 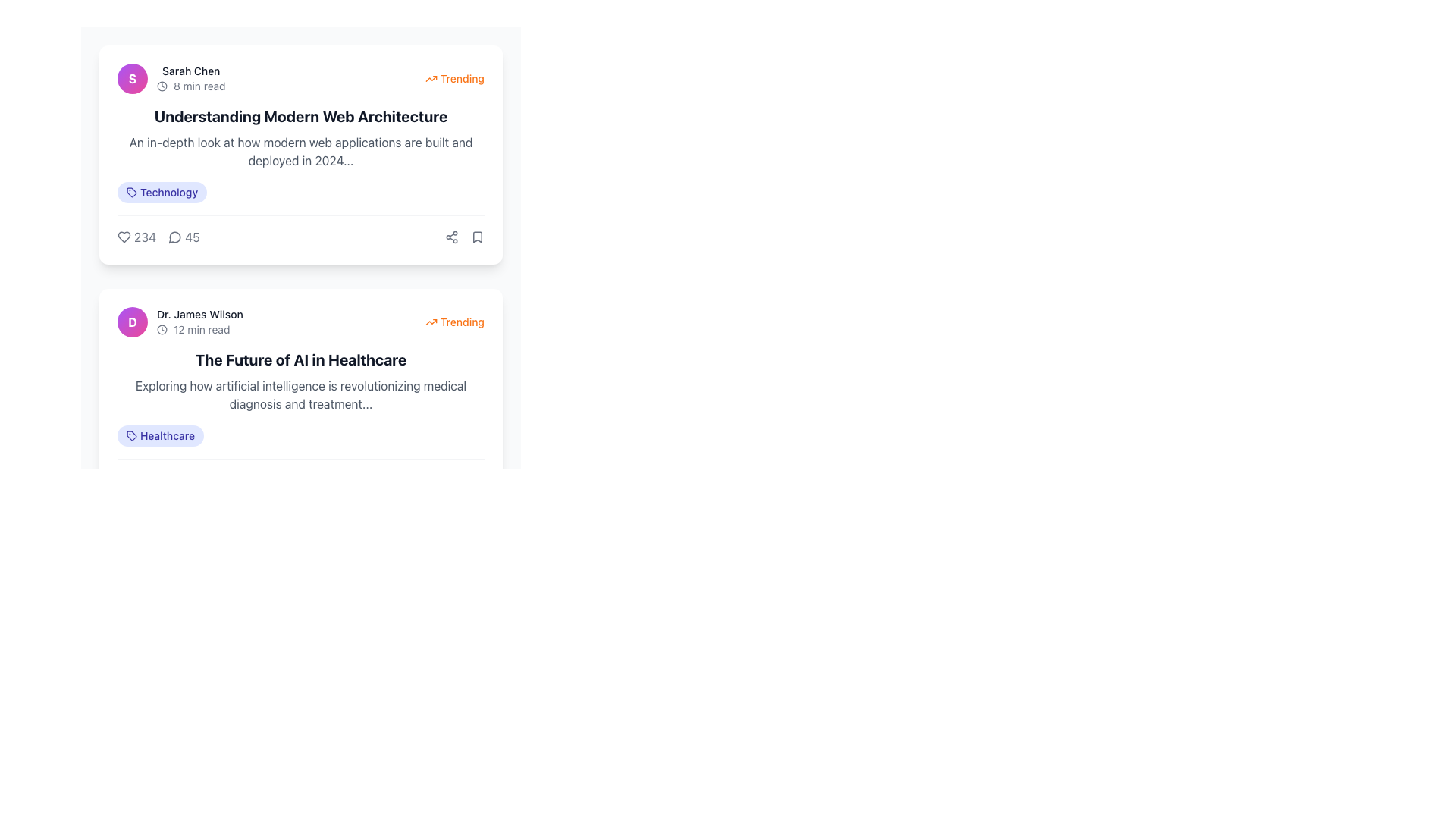 I want to click on the Profile Picture Placeholder on the left side of the horizontal group containing the name 'Sarah Chen' and the text '8 min read', so click(x=132, y=79).